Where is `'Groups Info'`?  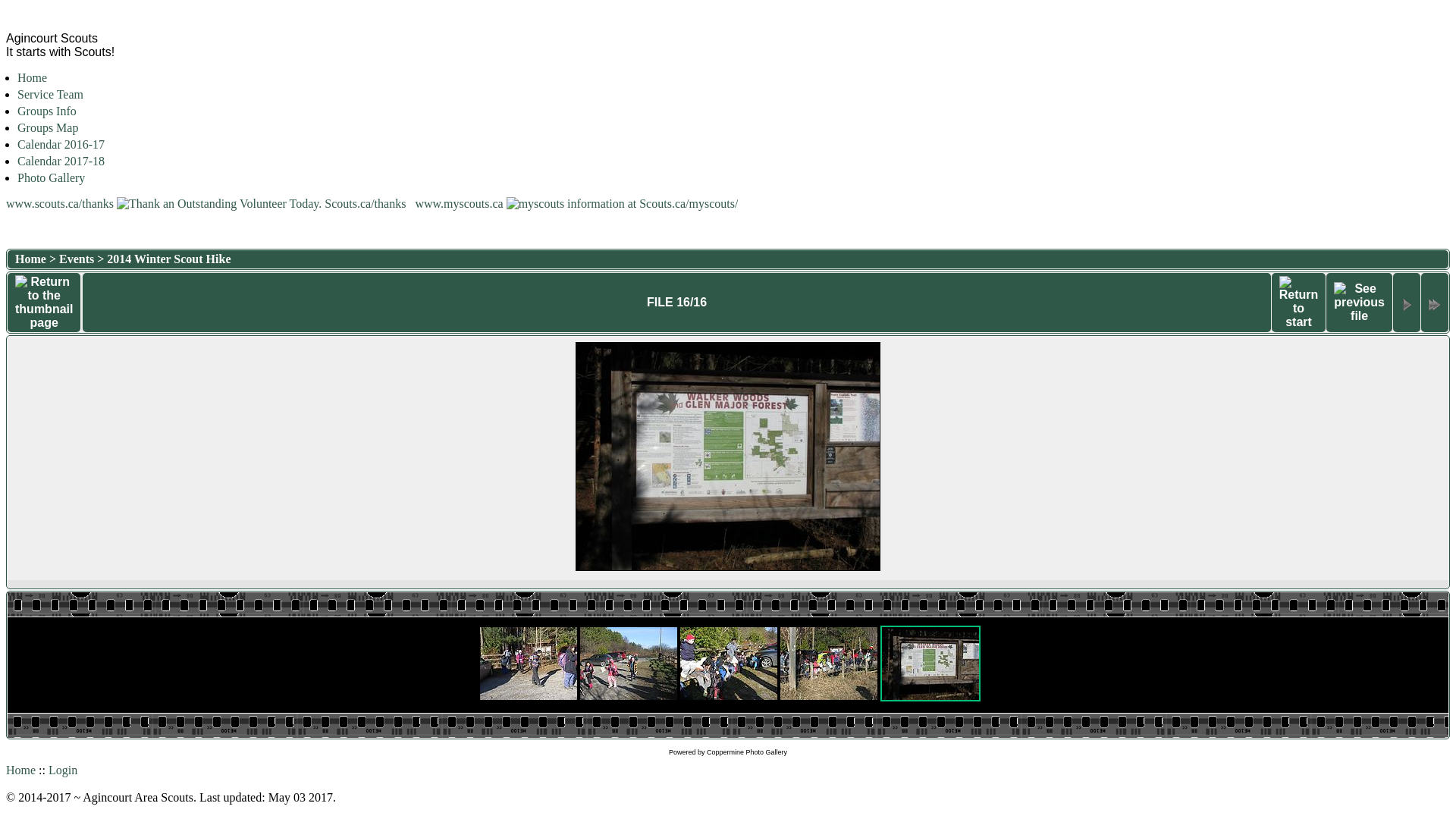
'Groups Info' is located at coordinates (47, 110).